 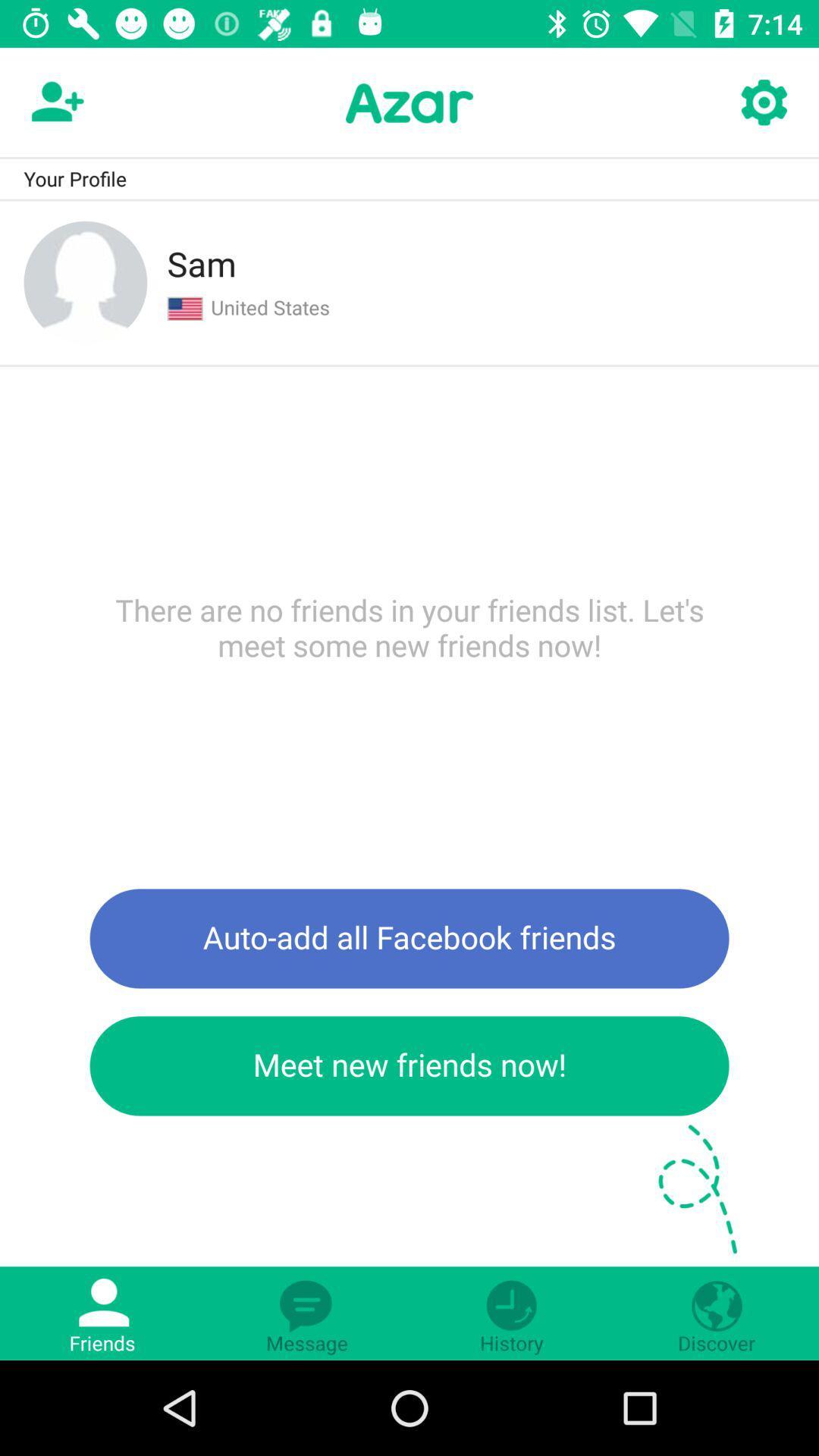 I want to click on item below the there are no icon, so click(x=409, y=937).